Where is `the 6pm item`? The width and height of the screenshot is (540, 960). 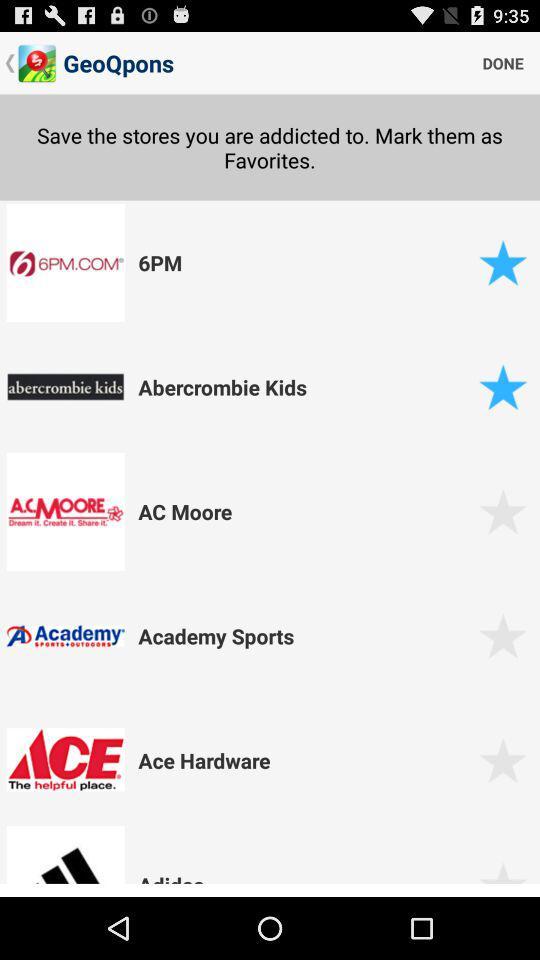
the 6pm item is located at coordinates (305, 261).